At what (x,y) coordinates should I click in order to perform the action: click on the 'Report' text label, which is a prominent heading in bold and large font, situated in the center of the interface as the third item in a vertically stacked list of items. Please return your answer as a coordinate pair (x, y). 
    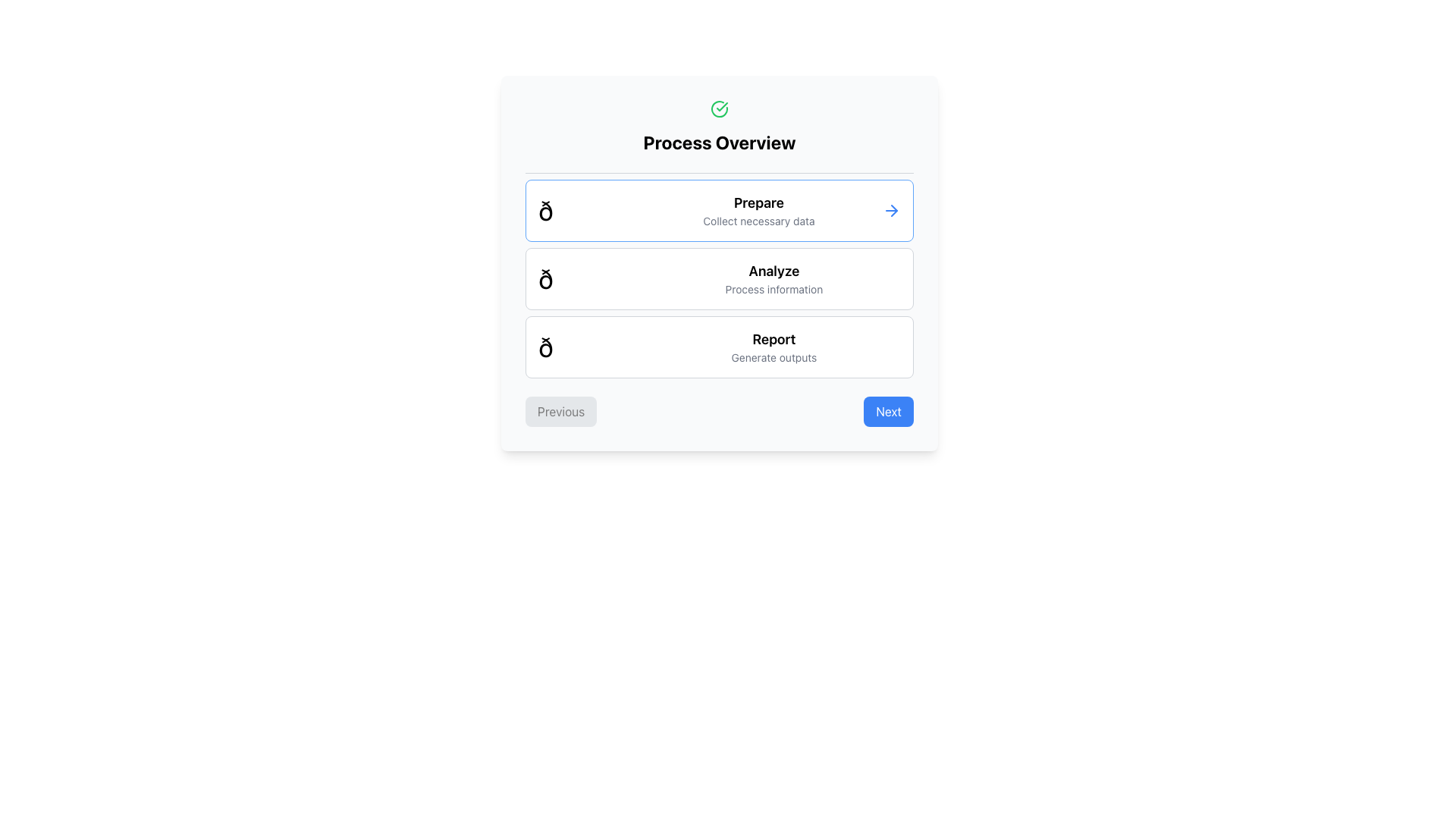
    Looking at the image, I should click on (773, 338).